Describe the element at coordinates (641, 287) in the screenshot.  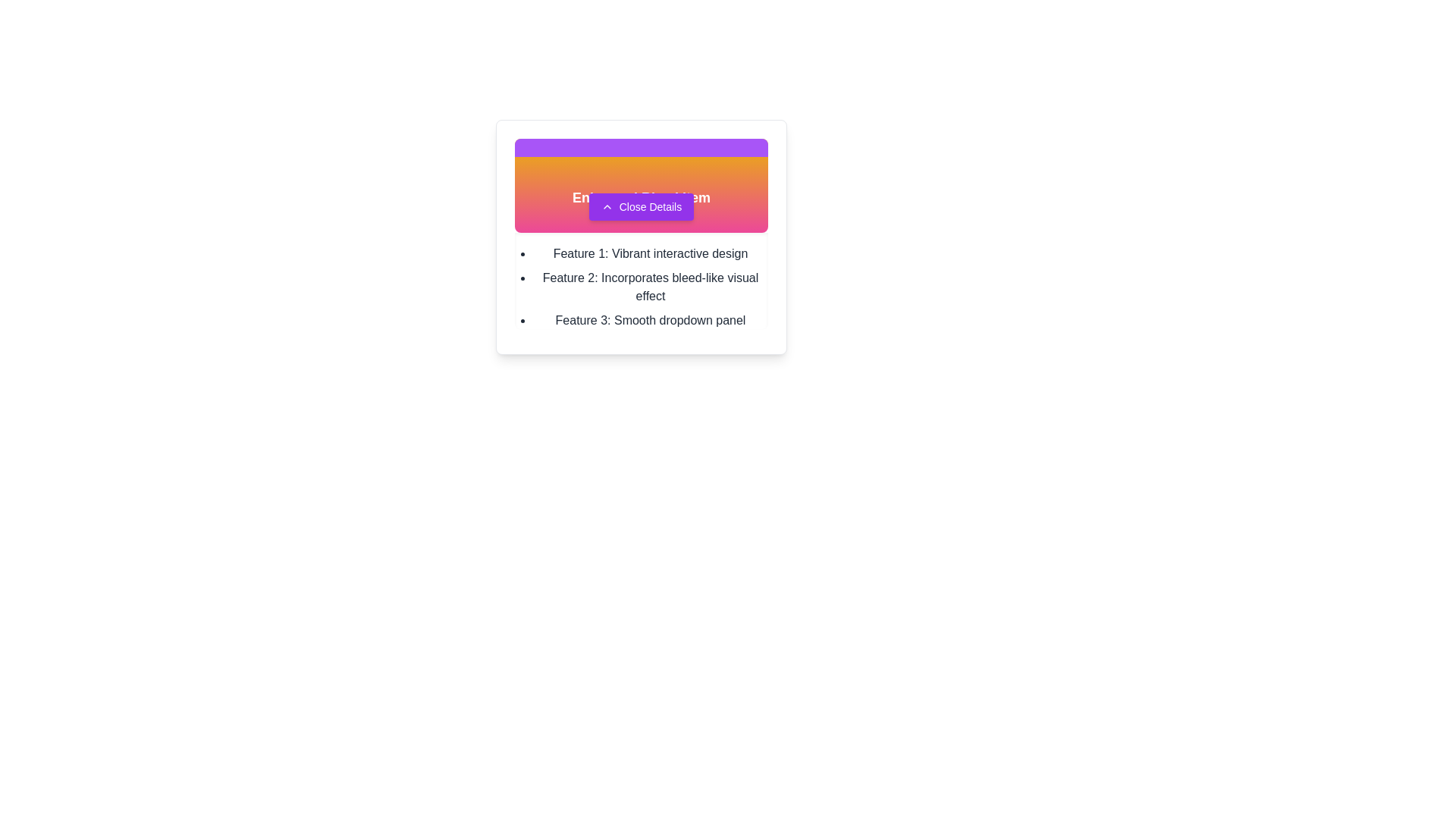
I see `the unordered list containing features like 'Feature 1: Vibrant interactive design', 'Feature 2: Incorporates bleed-like visual effect', and 'Feature 3: Smooth dropdown panel'` at that location.